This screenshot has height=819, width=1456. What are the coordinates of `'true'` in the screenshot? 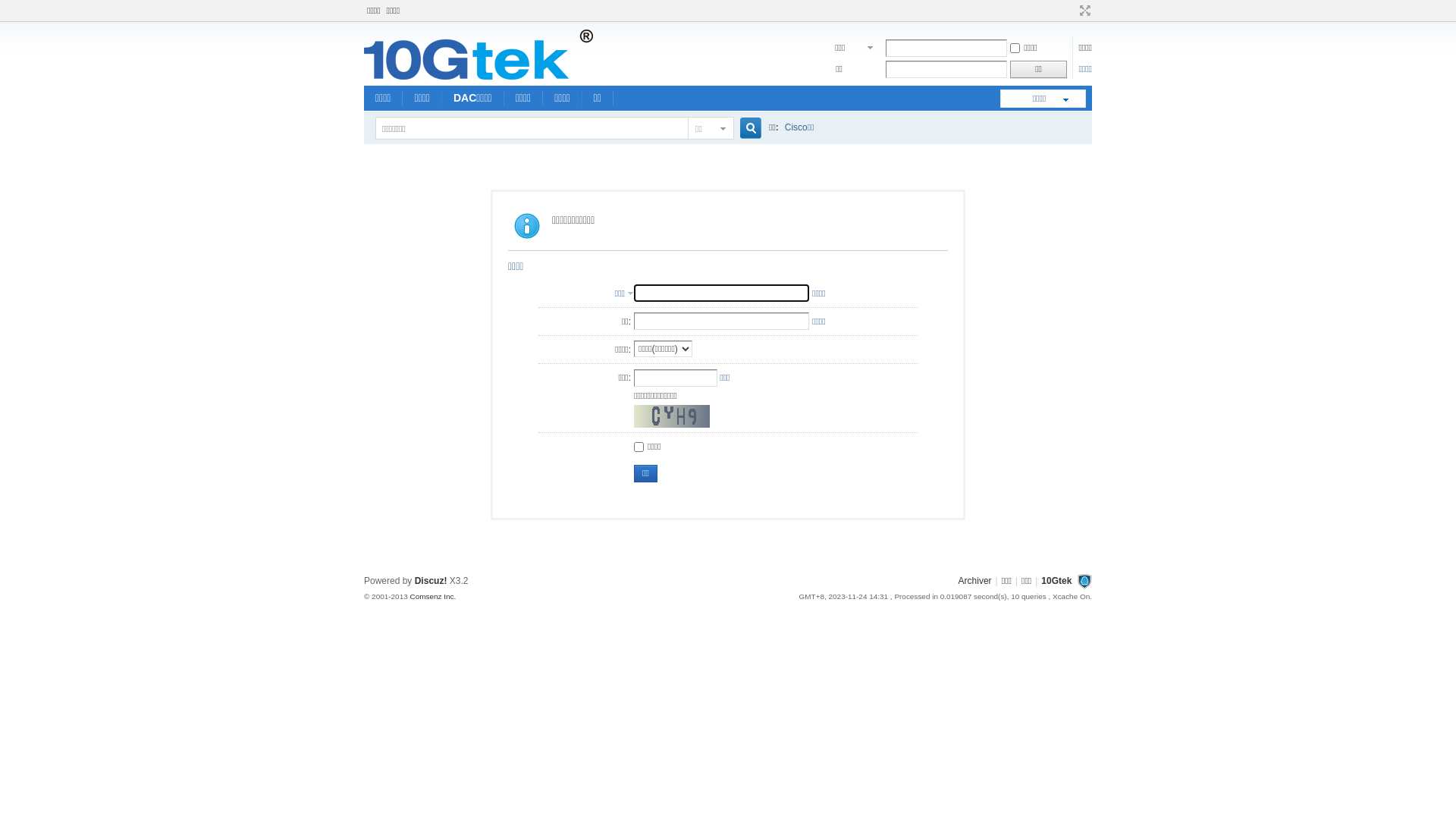 It's located at (745, 127).